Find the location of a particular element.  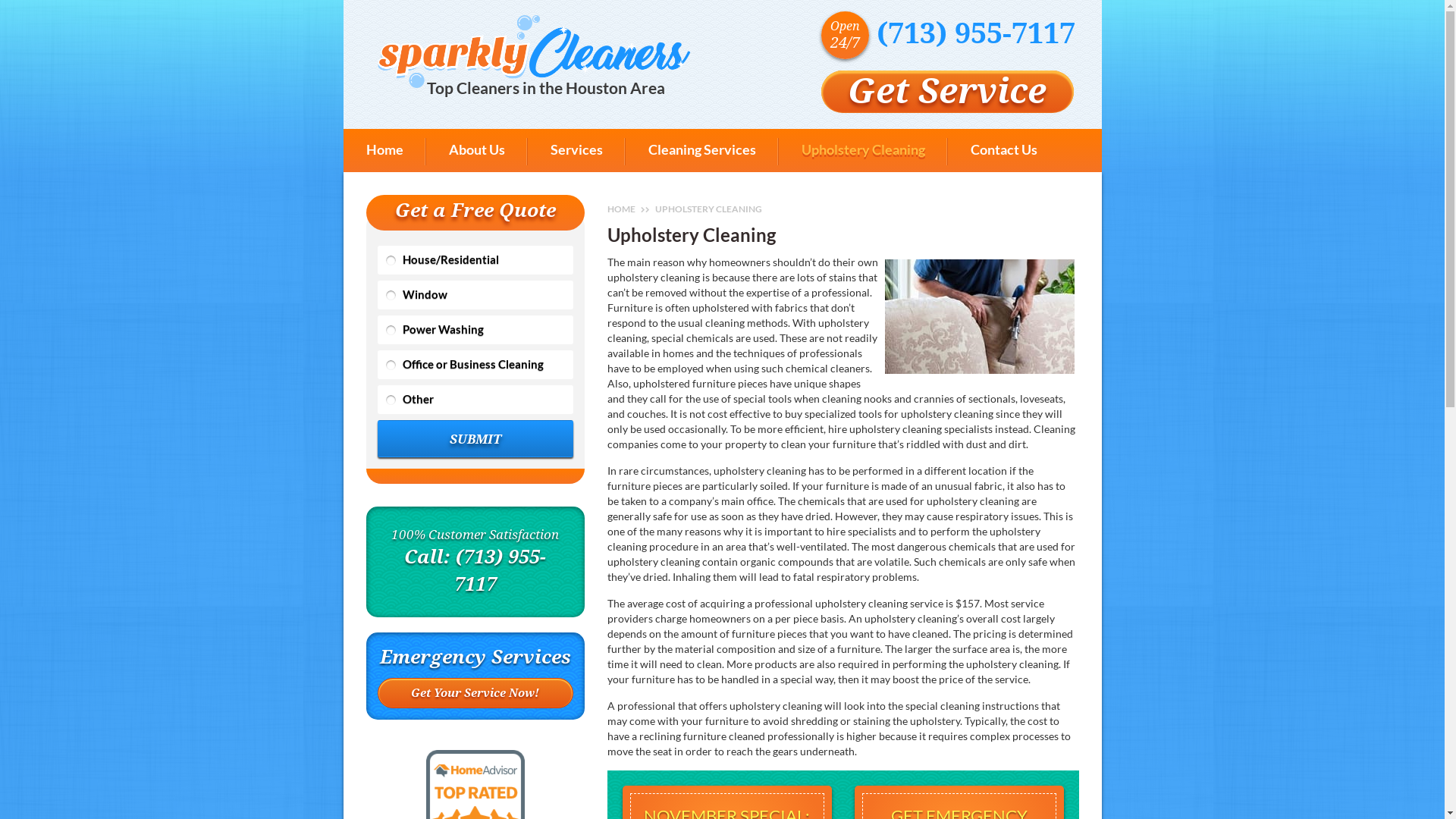

'(713) 955-7117' is located at coordinates (975, 33).